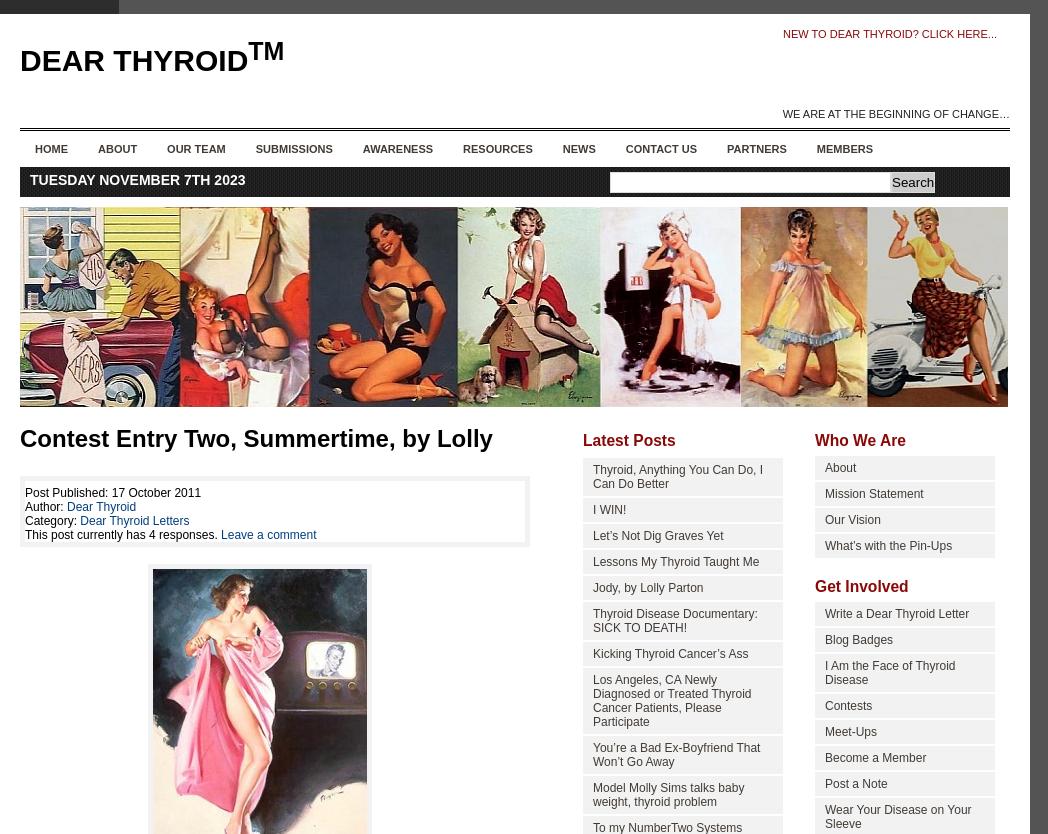 The height and width of the screenshot is (834, 1048). What do you see at coordinates (254, 149) in the screenshot?
I see `'Submissions'` at bounding box center [254, 149].